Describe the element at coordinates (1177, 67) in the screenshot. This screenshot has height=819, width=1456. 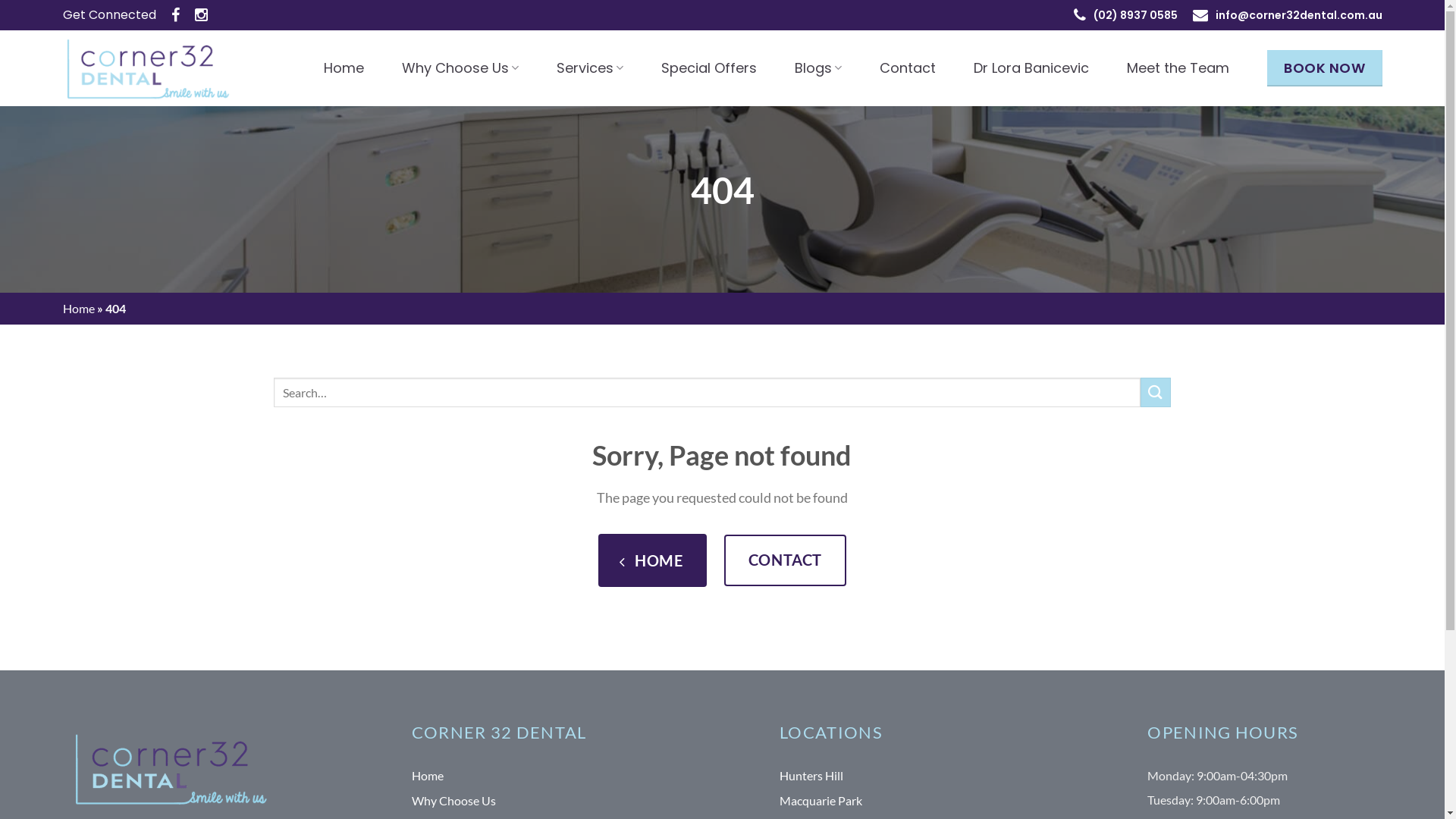
I see `'Meet the Team'` at that location.